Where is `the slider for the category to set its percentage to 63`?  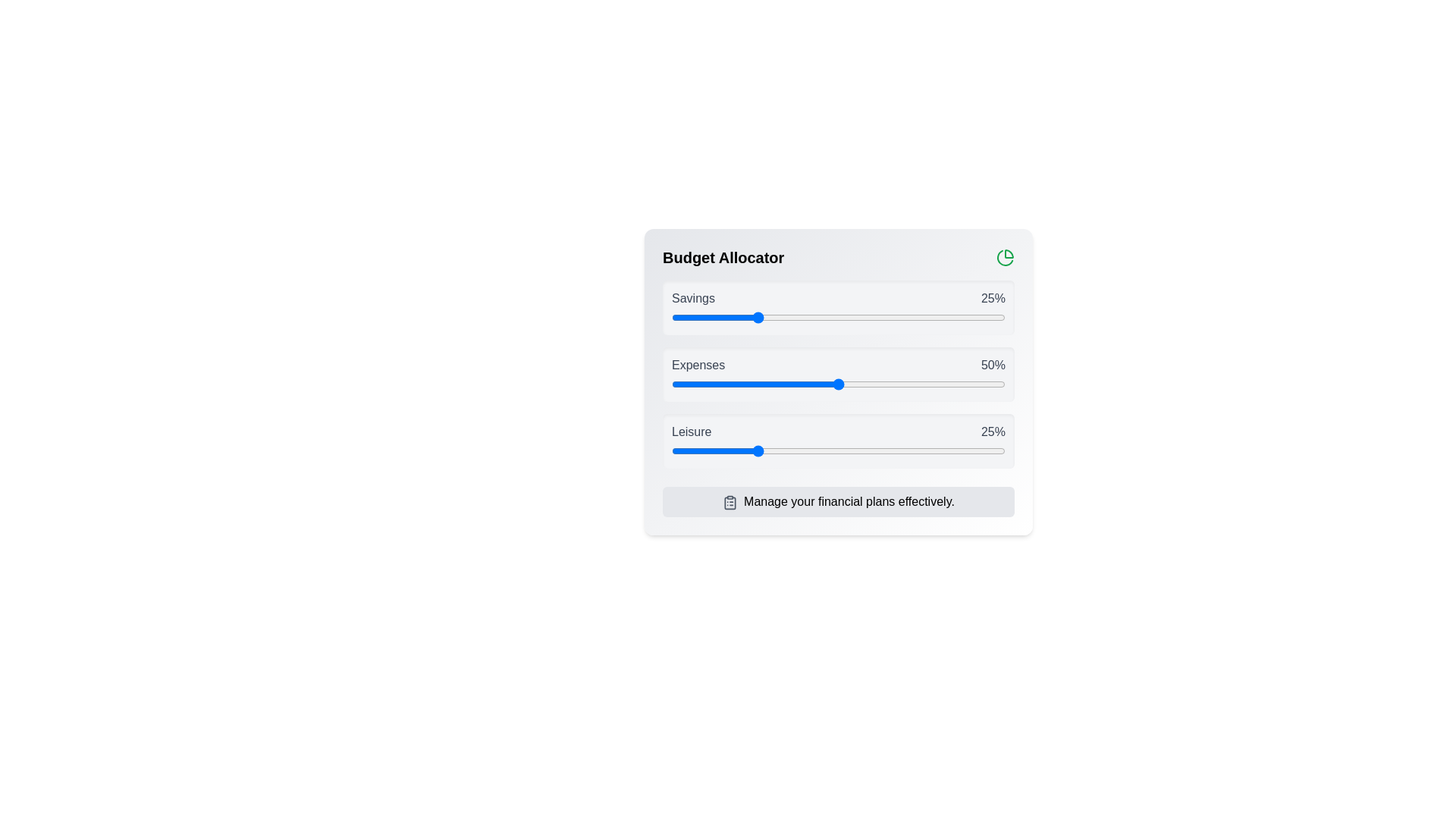 the slider for the category to set its percentage to 63 is located at coordinates (882, 317).